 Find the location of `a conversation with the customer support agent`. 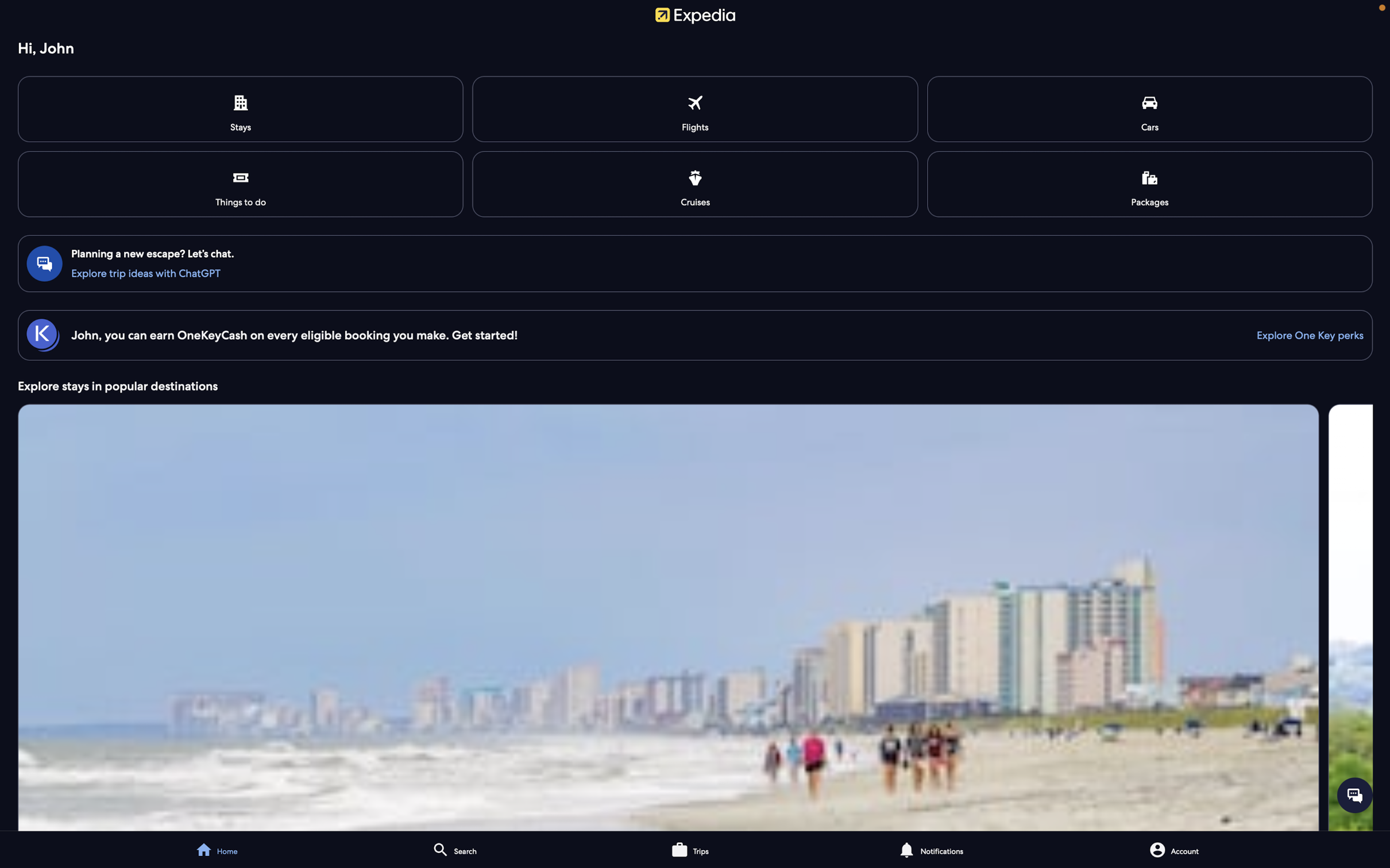

a conversation with the customer support agent is located at coordinates (1354, 794).